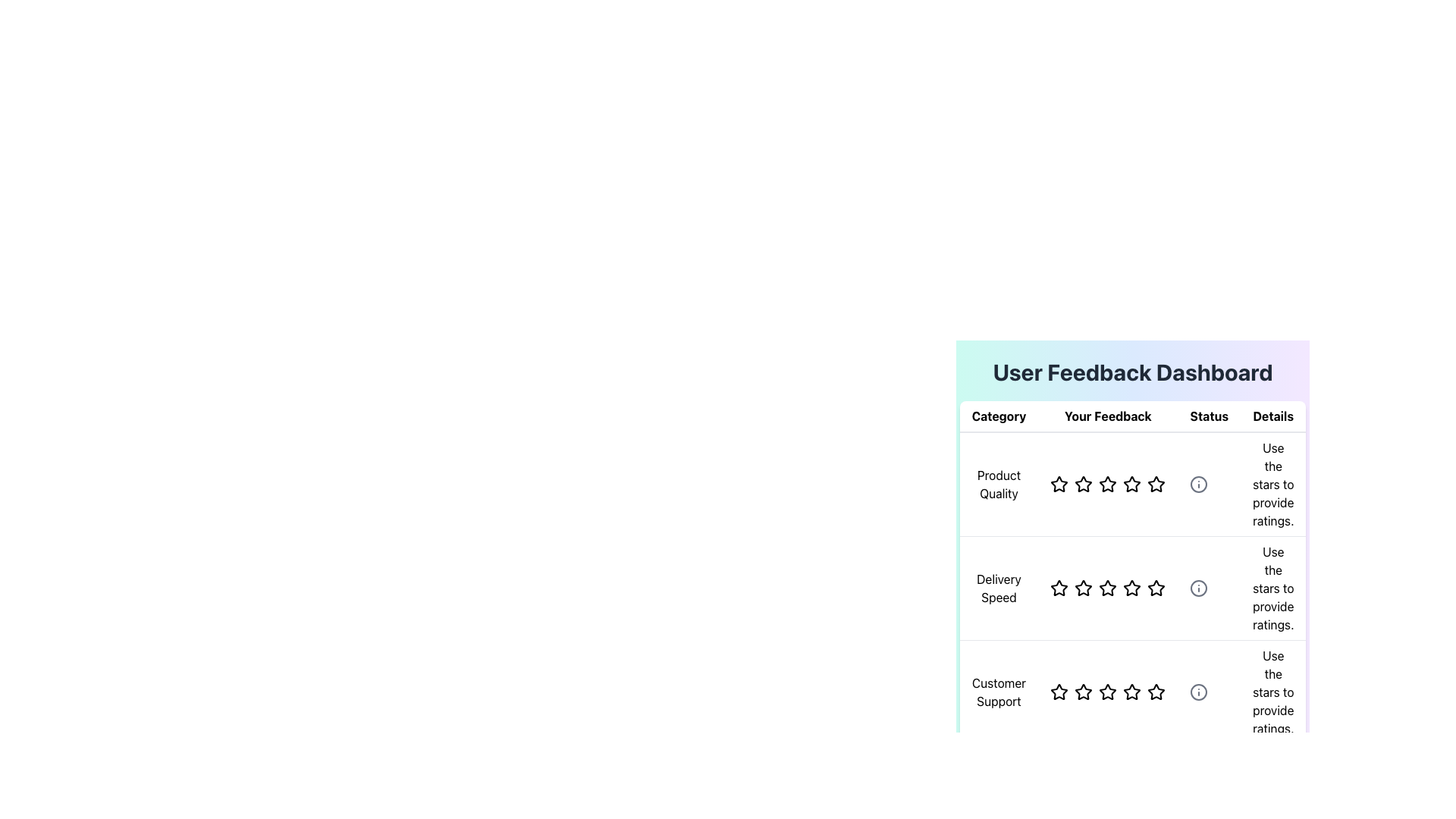 The height and width of the screenshot is (819, 1456). What do you see at coordinates (1108, 587) in the screenshot?
I see `the third star icon in the 'Delivery Speed' rating section` at bounding box center [1108, 587].